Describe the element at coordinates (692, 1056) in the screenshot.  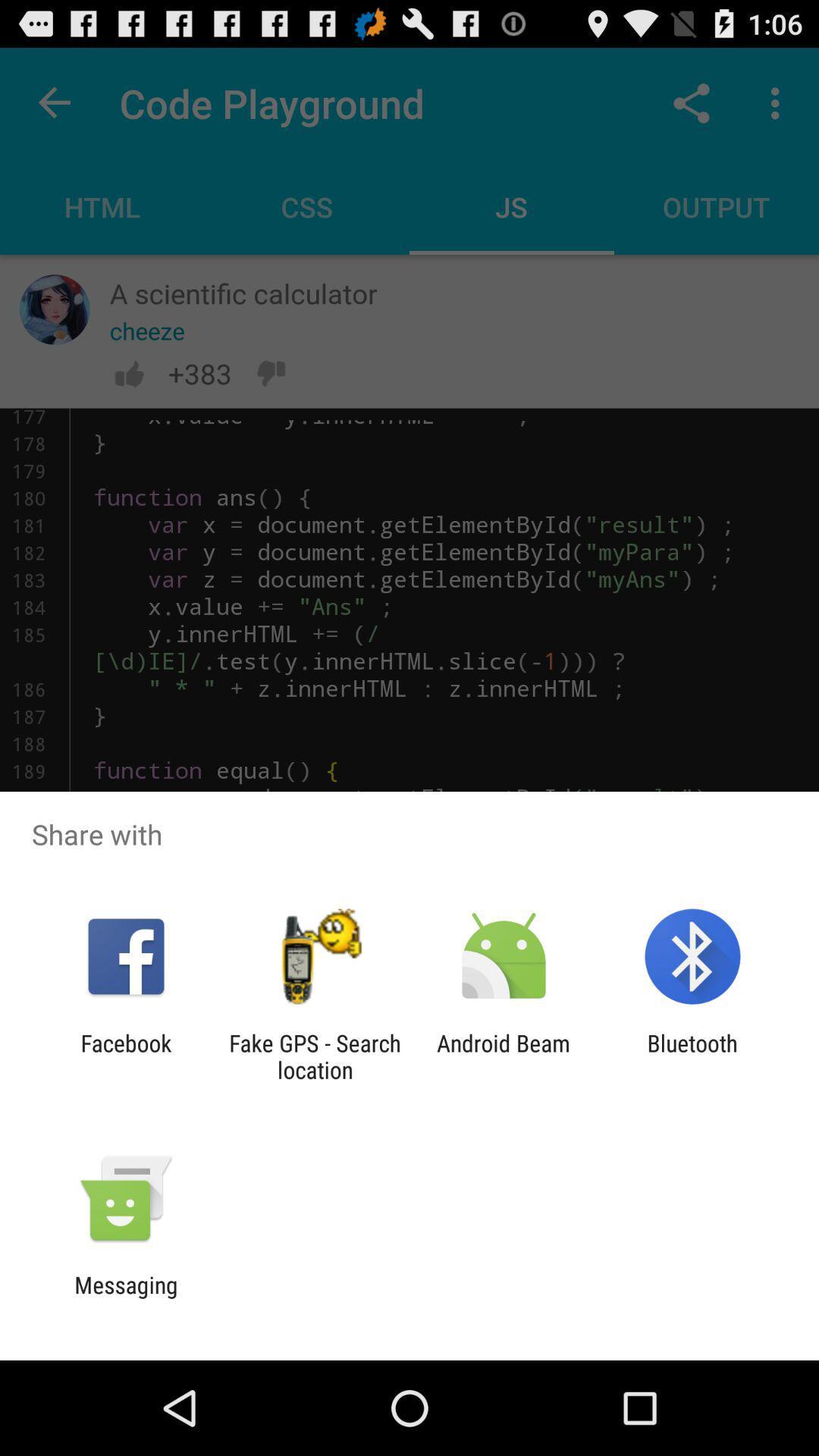
I see `the bluetooth app` at that location.